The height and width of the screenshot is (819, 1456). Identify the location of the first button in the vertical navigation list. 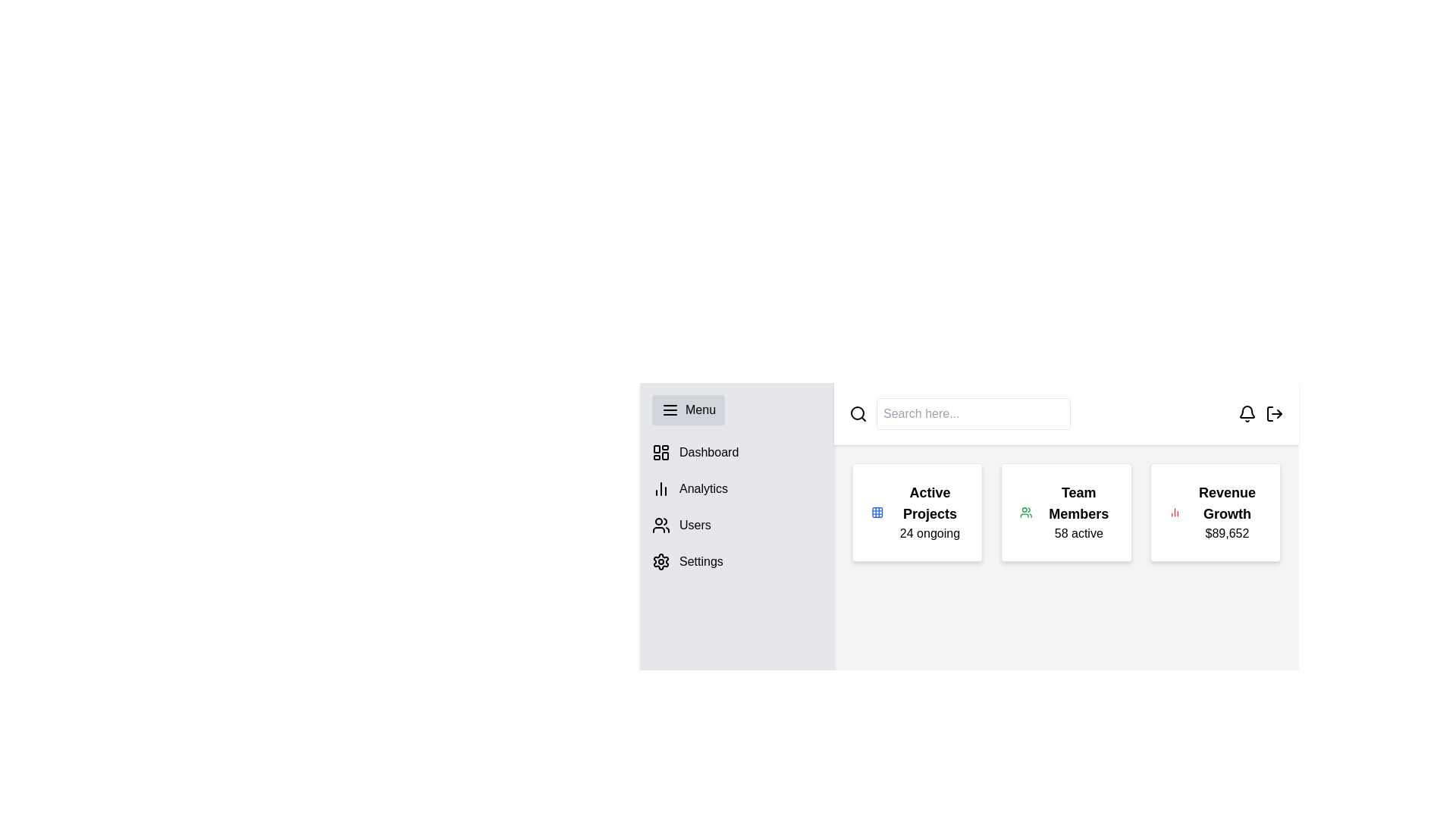
(736, 452).